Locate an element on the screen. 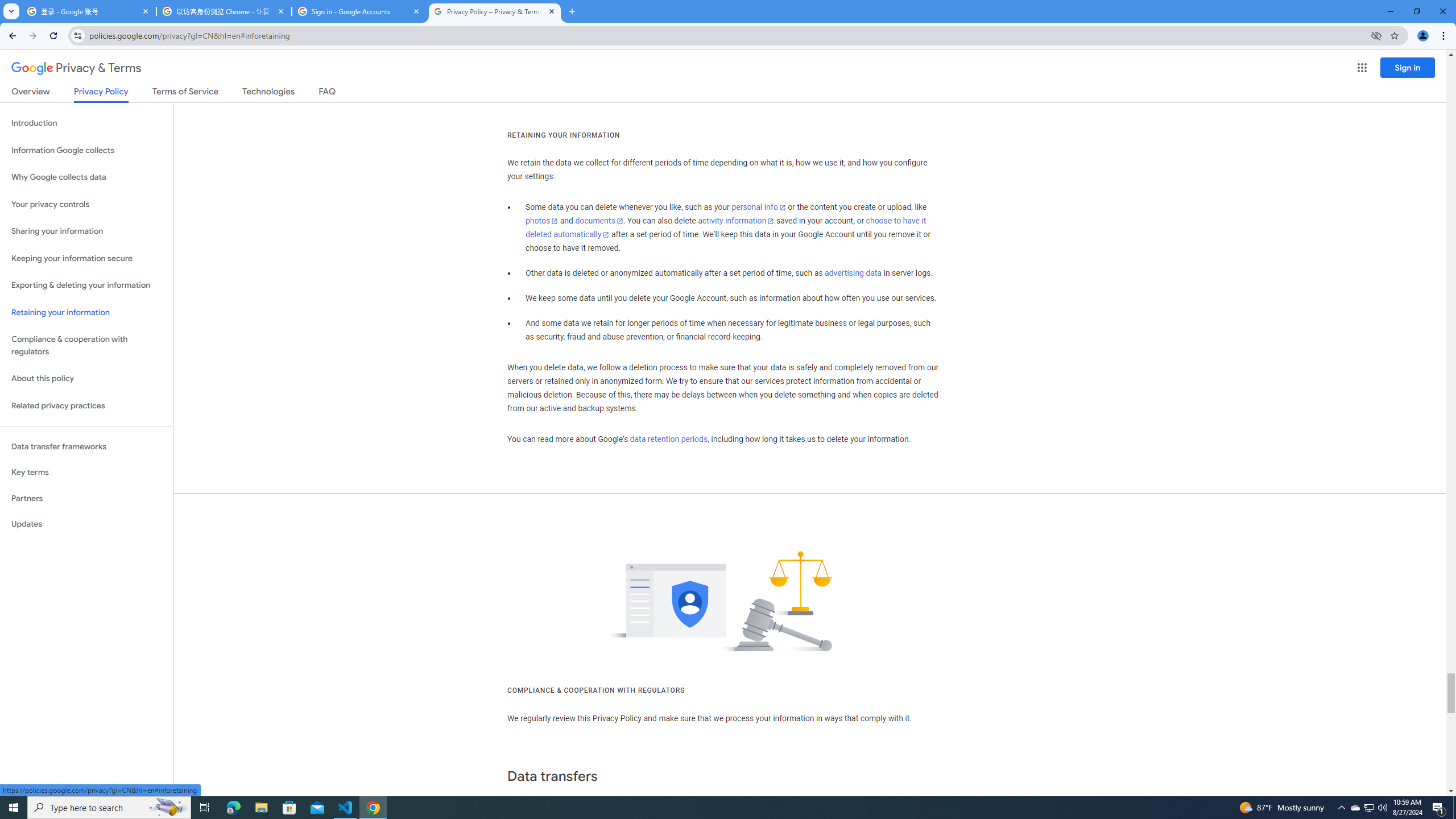  'Overview' is located at coordinates (30, 93).